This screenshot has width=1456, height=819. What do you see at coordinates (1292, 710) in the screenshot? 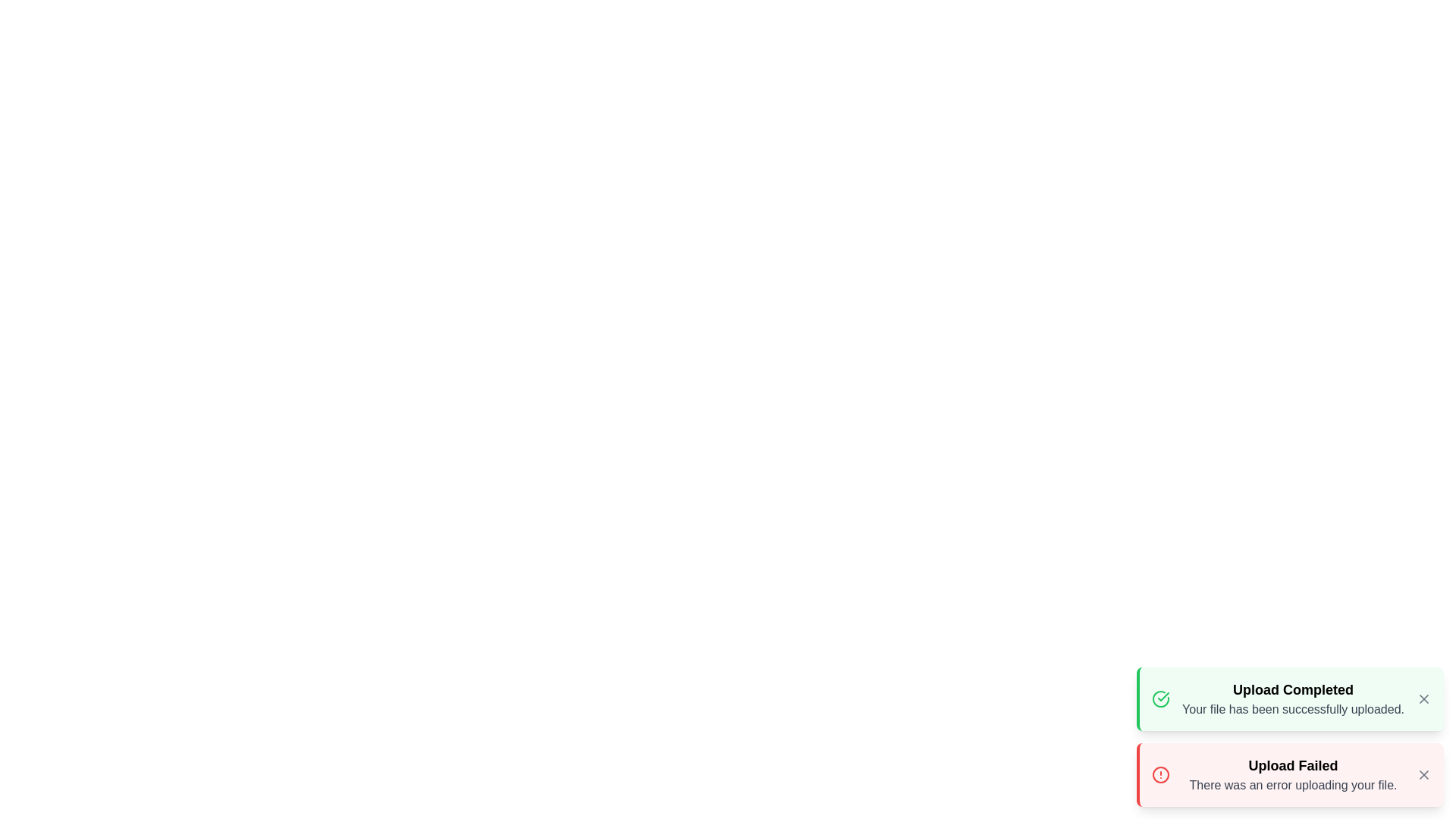
I see `message displayed in the notification box labeled 'Upload Completed', which confirms the successful upload of the user's file` at bounding box center [1292, 710].